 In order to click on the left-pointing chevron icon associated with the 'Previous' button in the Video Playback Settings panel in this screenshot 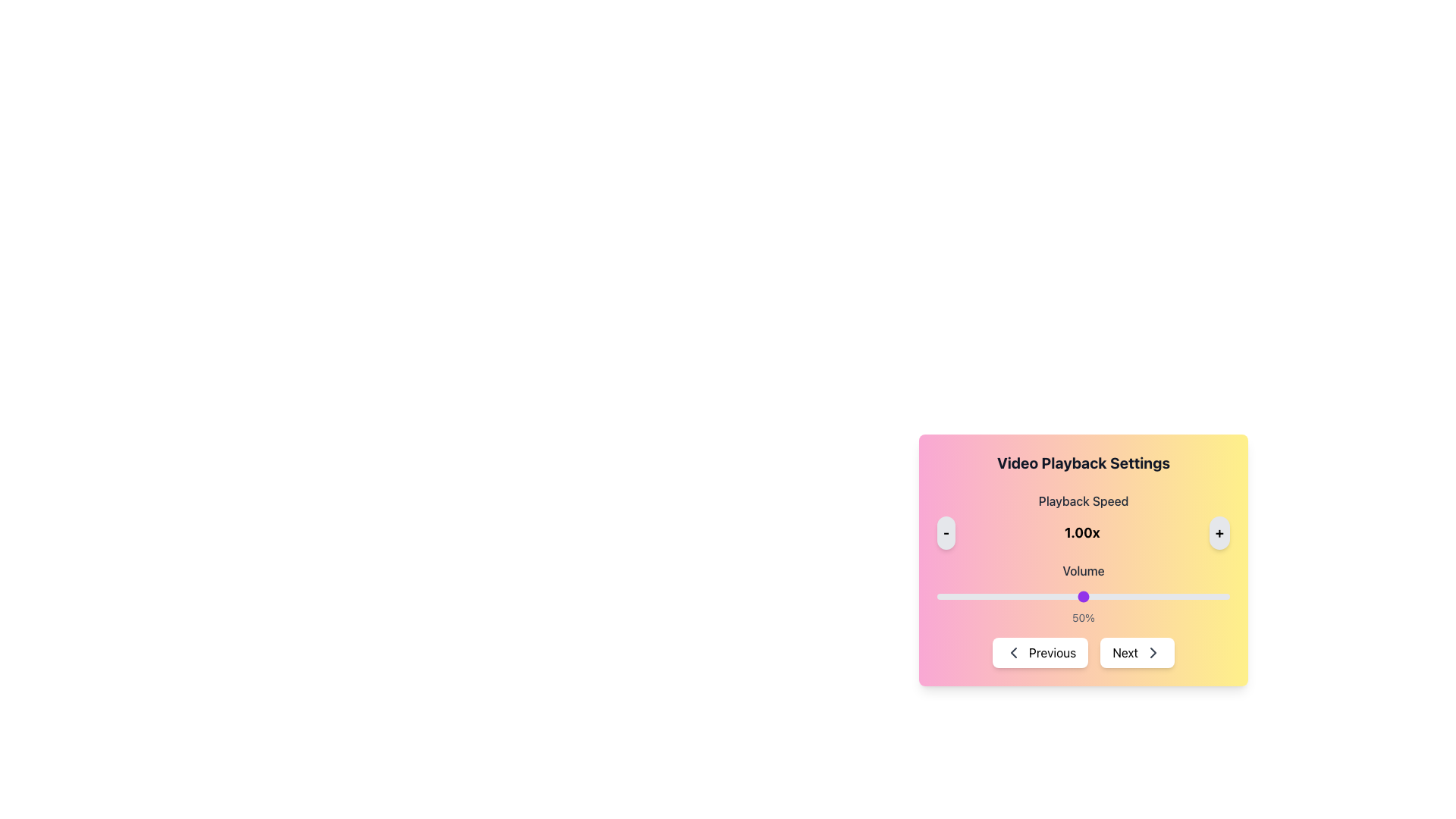, I will do `click(1014, 651)`.